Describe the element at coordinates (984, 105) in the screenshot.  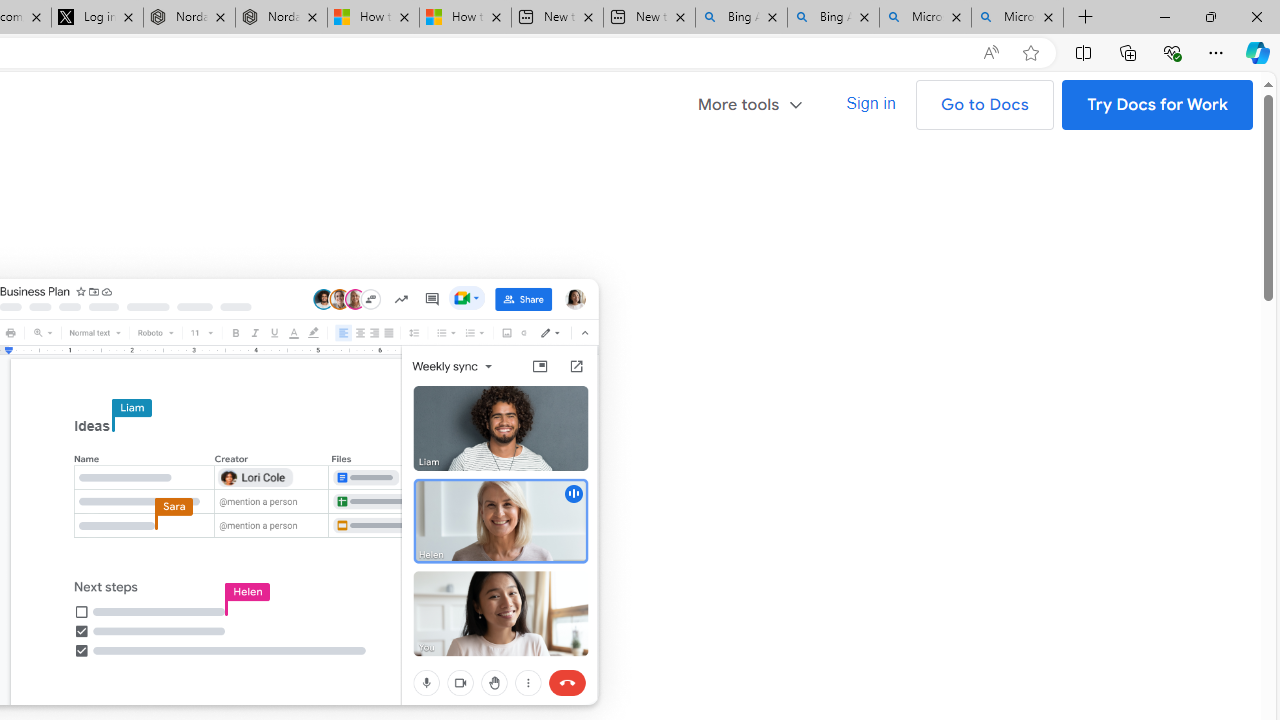
I see `'Go to Docs'` at that location.